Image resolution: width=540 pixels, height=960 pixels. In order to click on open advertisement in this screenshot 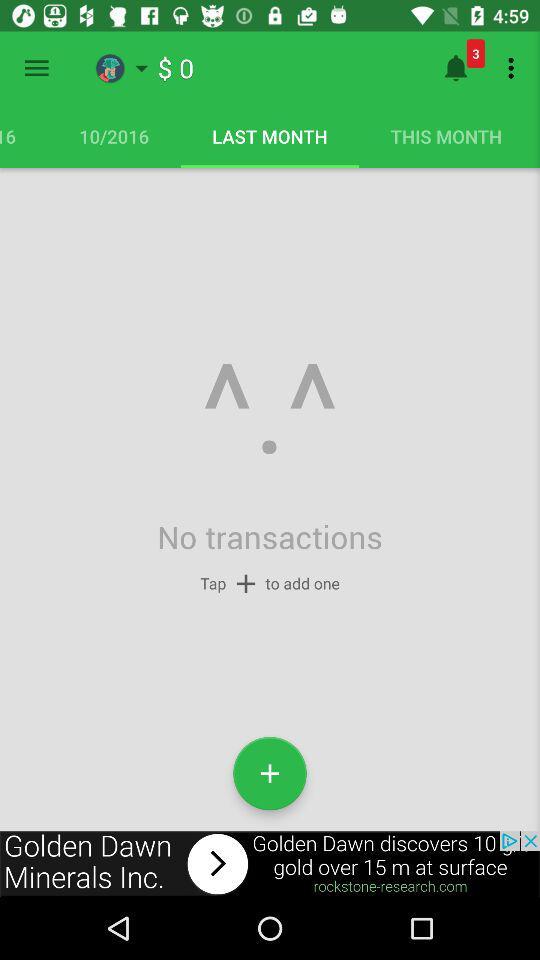, I will do `click(270, 863)`.